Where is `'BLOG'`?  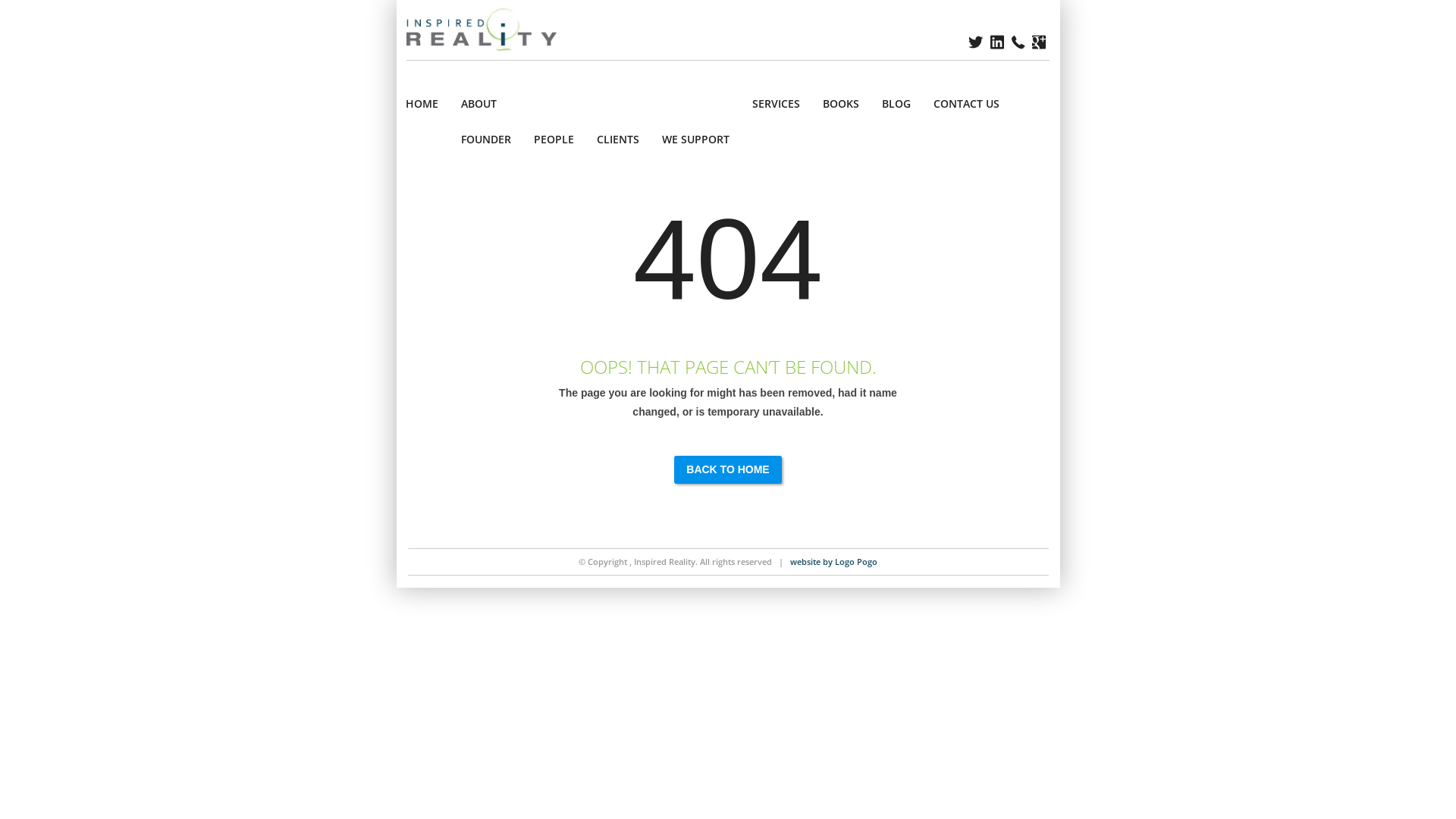 'BLOG' is located at coordinates (896, 102).